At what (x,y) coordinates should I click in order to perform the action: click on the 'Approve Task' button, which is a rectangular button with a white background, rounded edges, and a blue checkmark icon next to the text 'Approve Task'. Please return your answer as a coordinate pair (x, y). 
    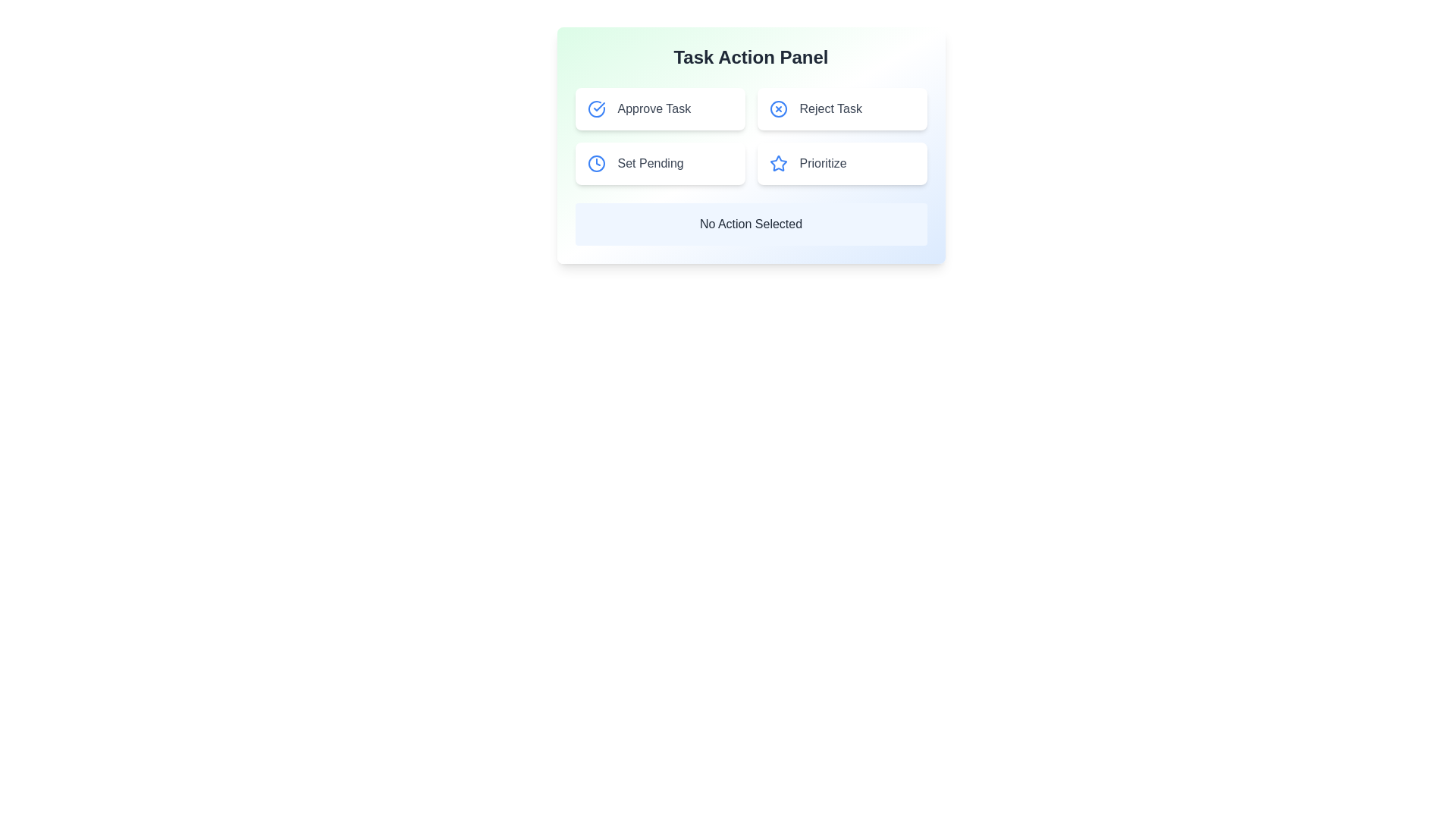
    Looking at the image, I should click on (660, 108).